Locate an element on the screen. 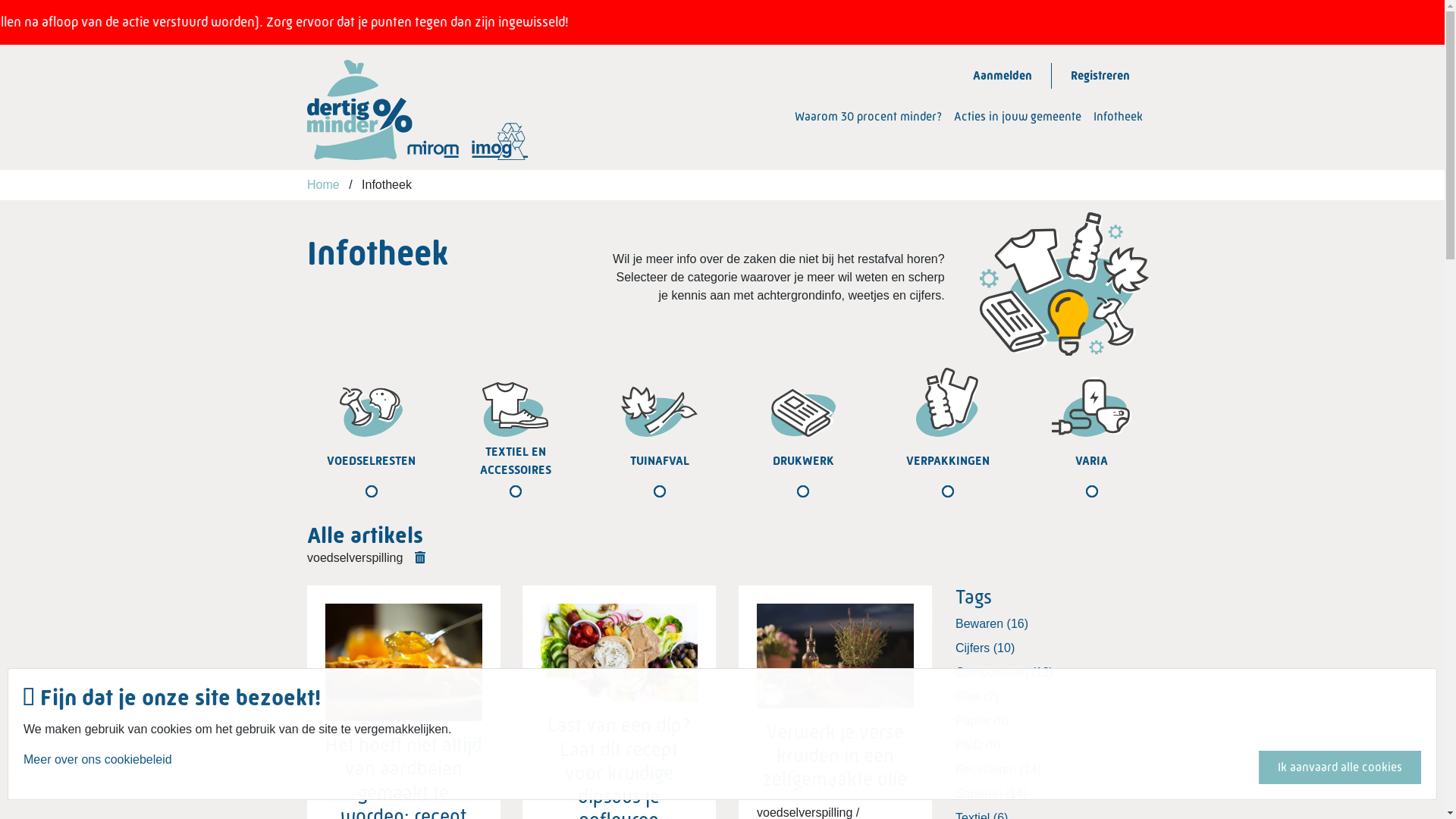 This screenshot has width=1456, height=819. 'Cijfers (10)' is located at coordinates (954, 648).